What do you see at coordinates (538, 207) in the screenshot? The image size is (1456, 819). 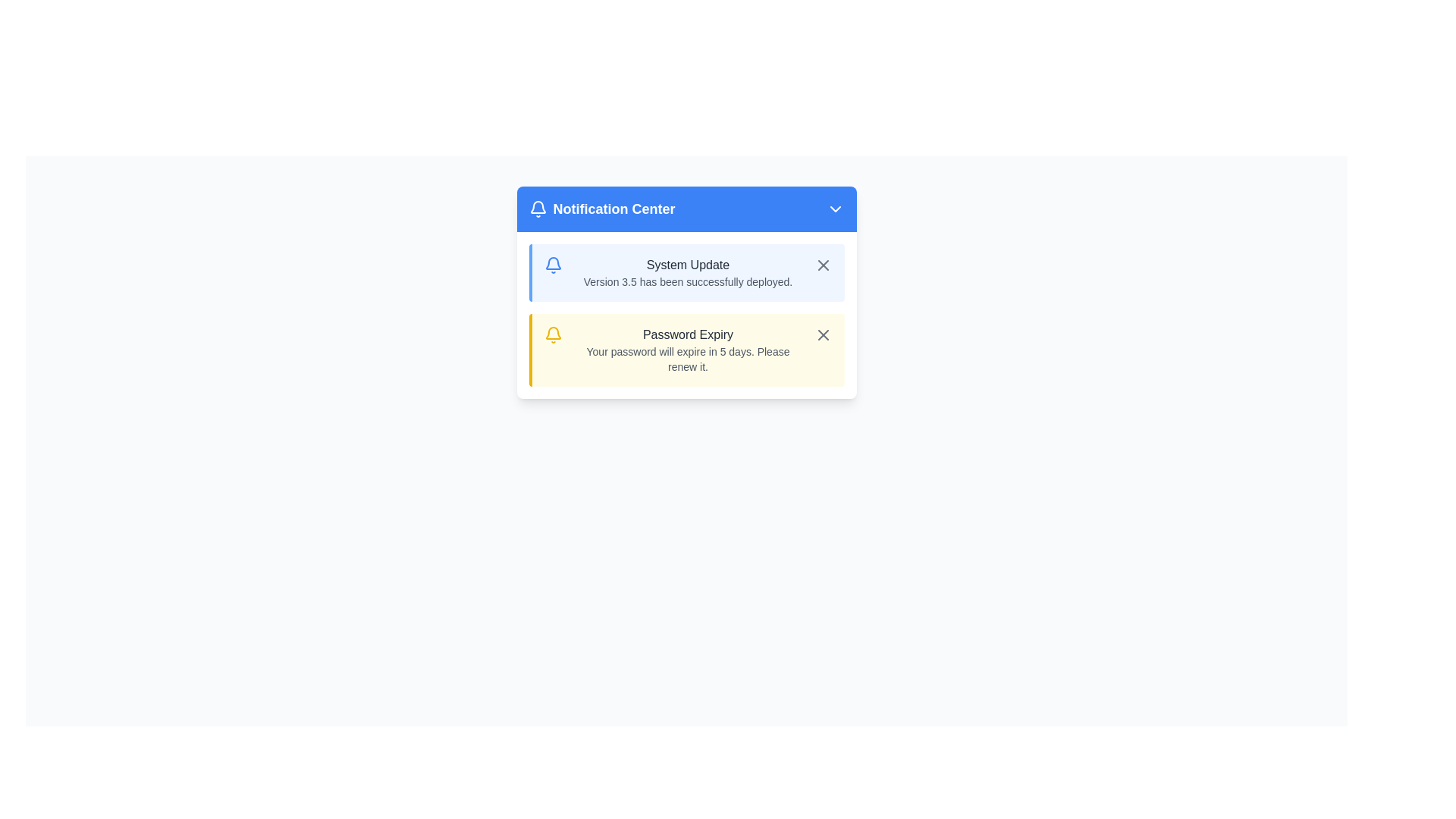 I see `the bell icon that signifies notifications, located adjacent to the 'Notification Center' header in the top-left area of the interface` at bounding box center [538, 207].